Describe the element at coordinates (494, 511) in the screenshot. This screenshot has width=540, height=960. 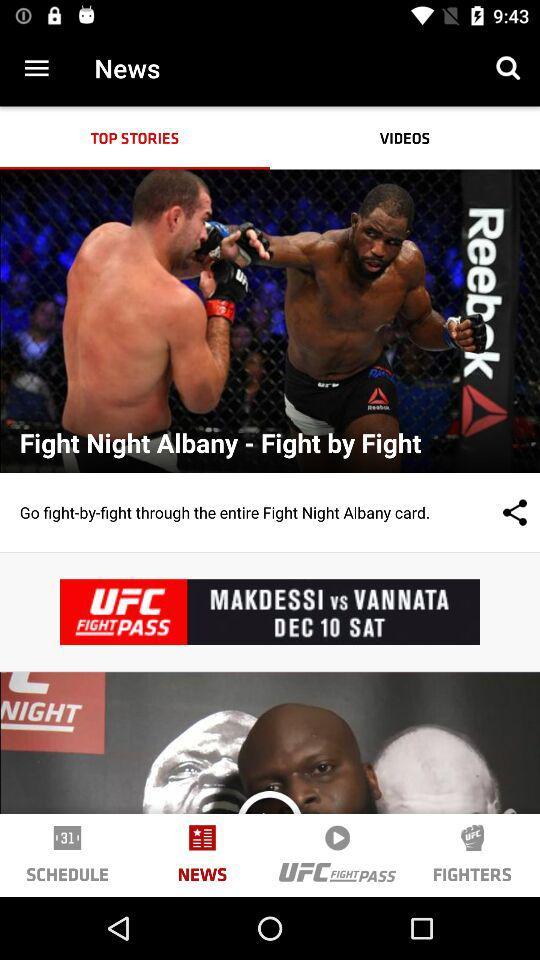
I see `the icon on the right` at that location.